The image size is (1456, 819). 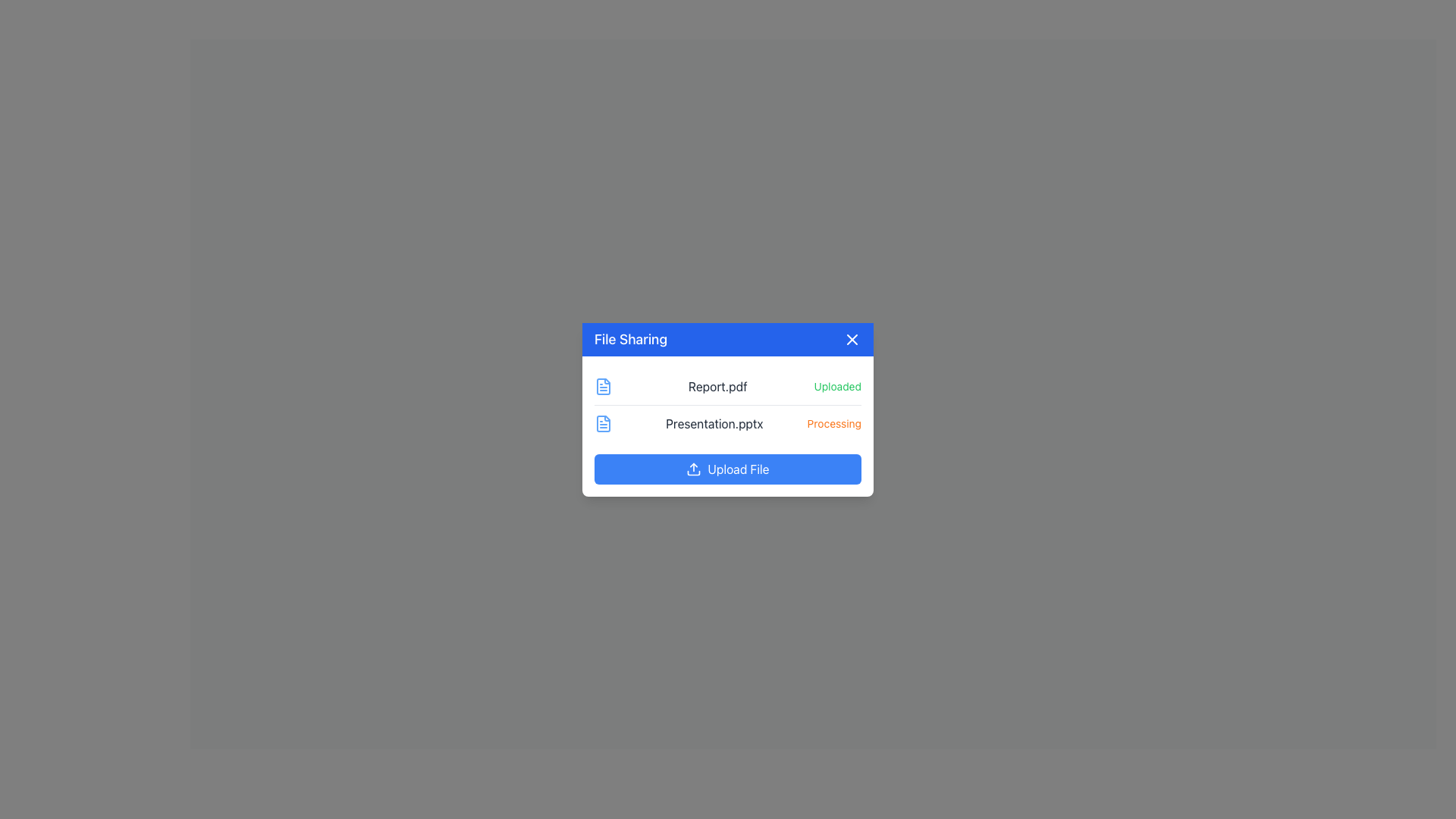 I want to click on the blue document file icon located to the left of the file name 'Presentation.pptx', so click(x=603, y=423).